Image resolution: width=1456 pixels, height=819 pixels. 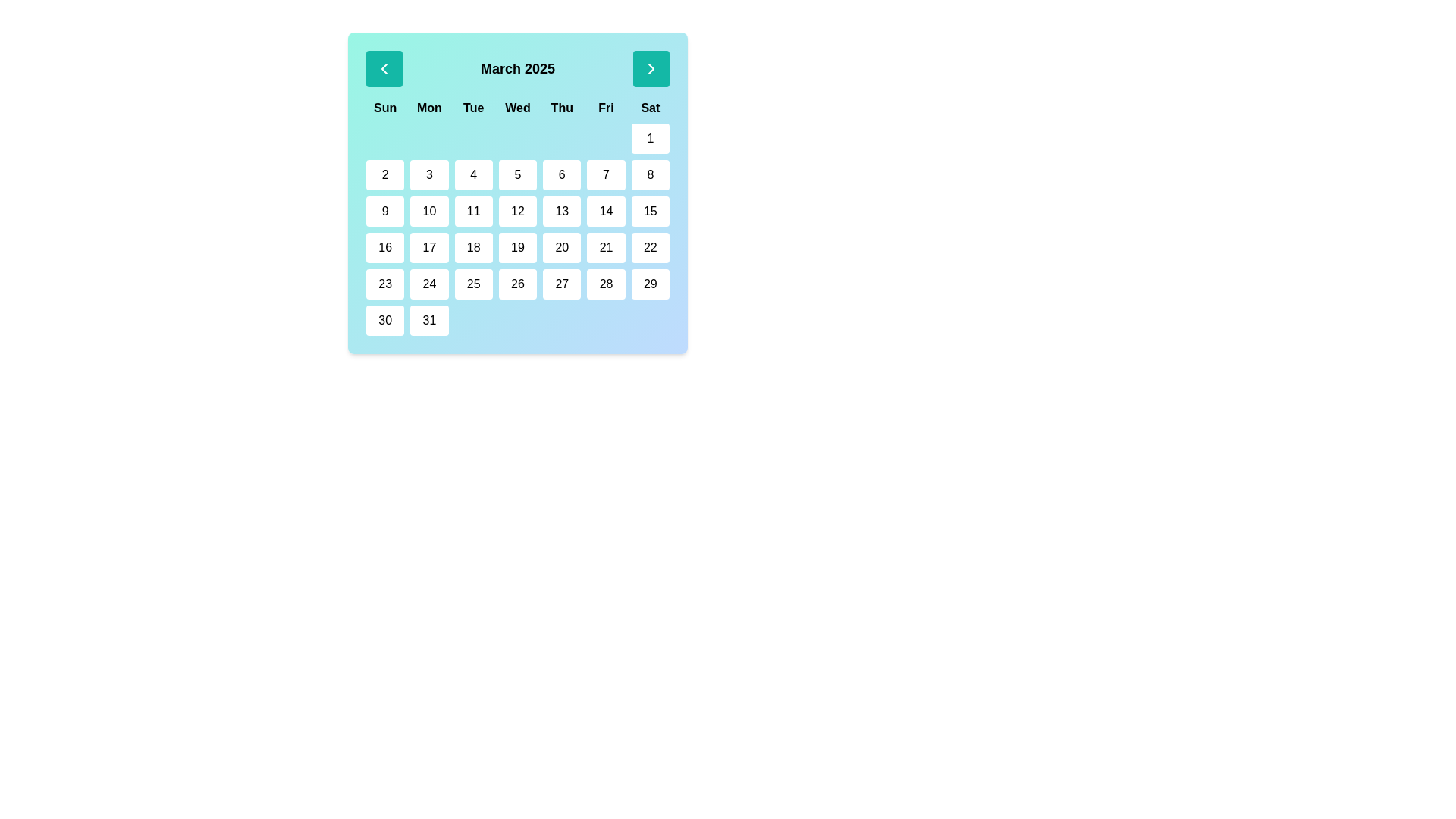 What do you see at coordinates (472, 211) in the screenshot?
I see `the day selector button for the 11th day of the month located in the fifth cell of the fourth row of the calendar interface under the 'Tue' header` at bounding box center [472, 211].